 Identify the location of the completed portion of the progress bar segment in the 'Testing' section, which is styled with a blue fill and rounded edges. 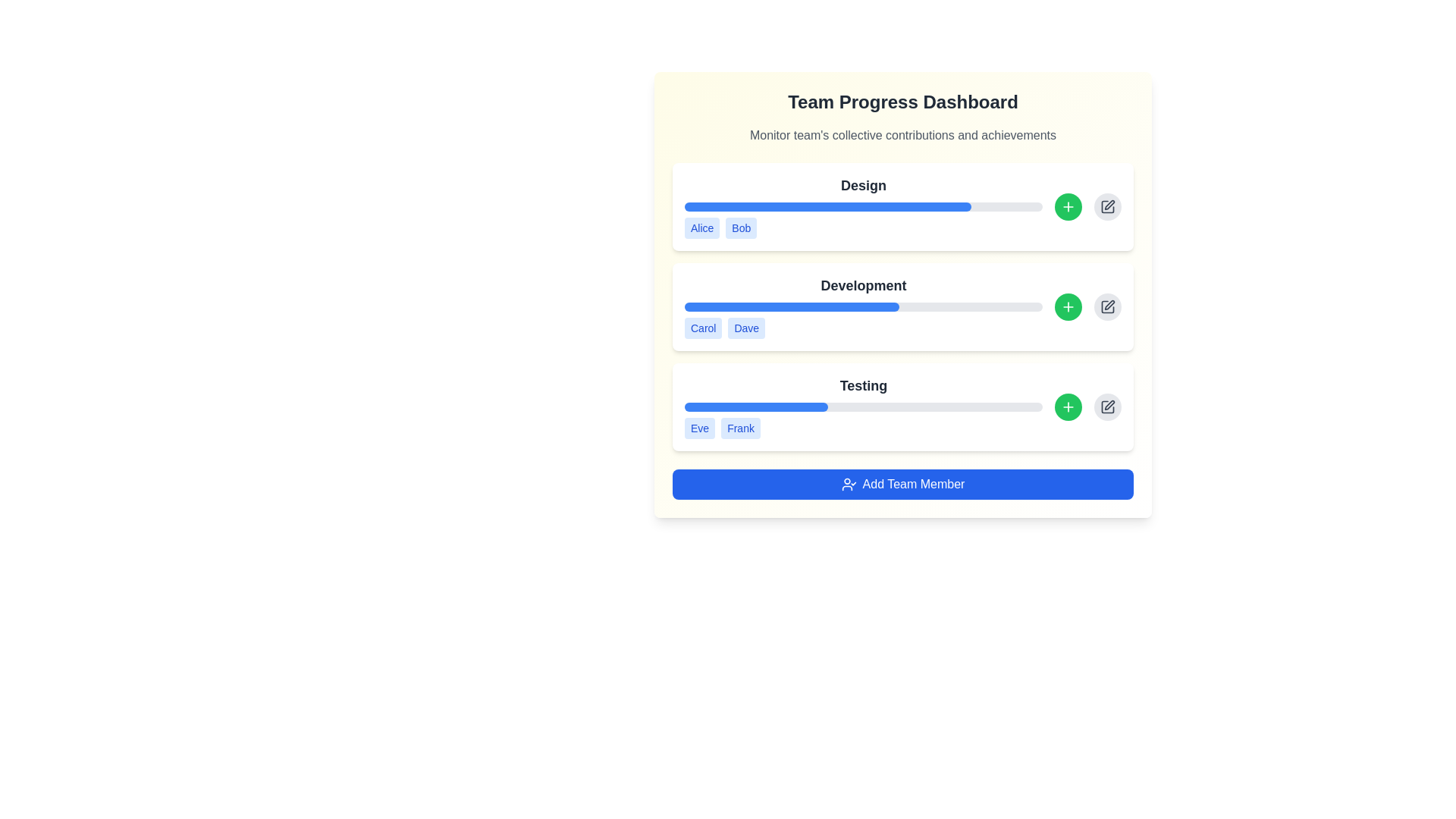
(756, 406).